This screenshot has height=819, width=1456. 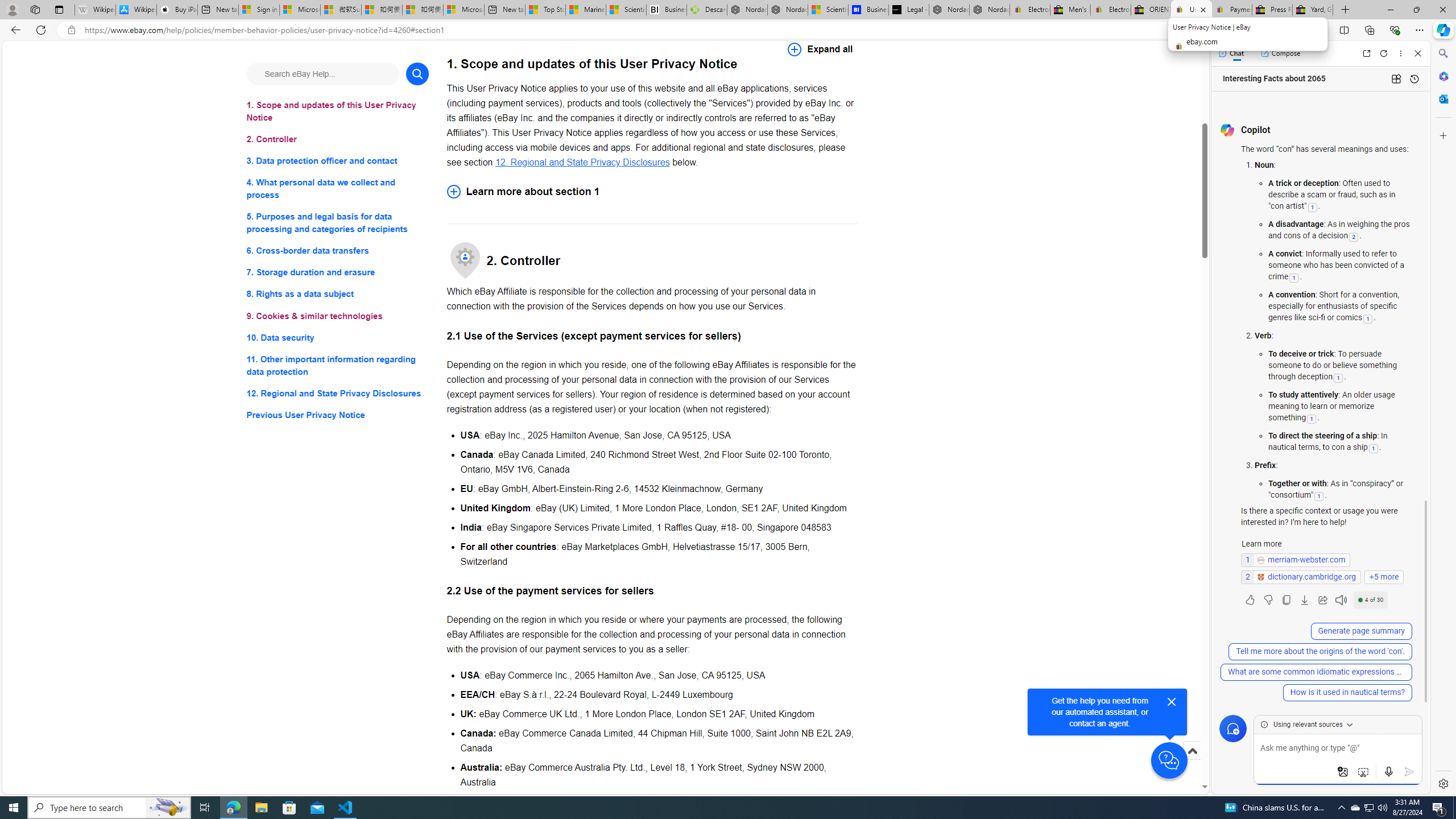 What do you see at coordinates (337, 337) in the screenshot?
I see `'10. Data security'` at bounding box center [337, 337].